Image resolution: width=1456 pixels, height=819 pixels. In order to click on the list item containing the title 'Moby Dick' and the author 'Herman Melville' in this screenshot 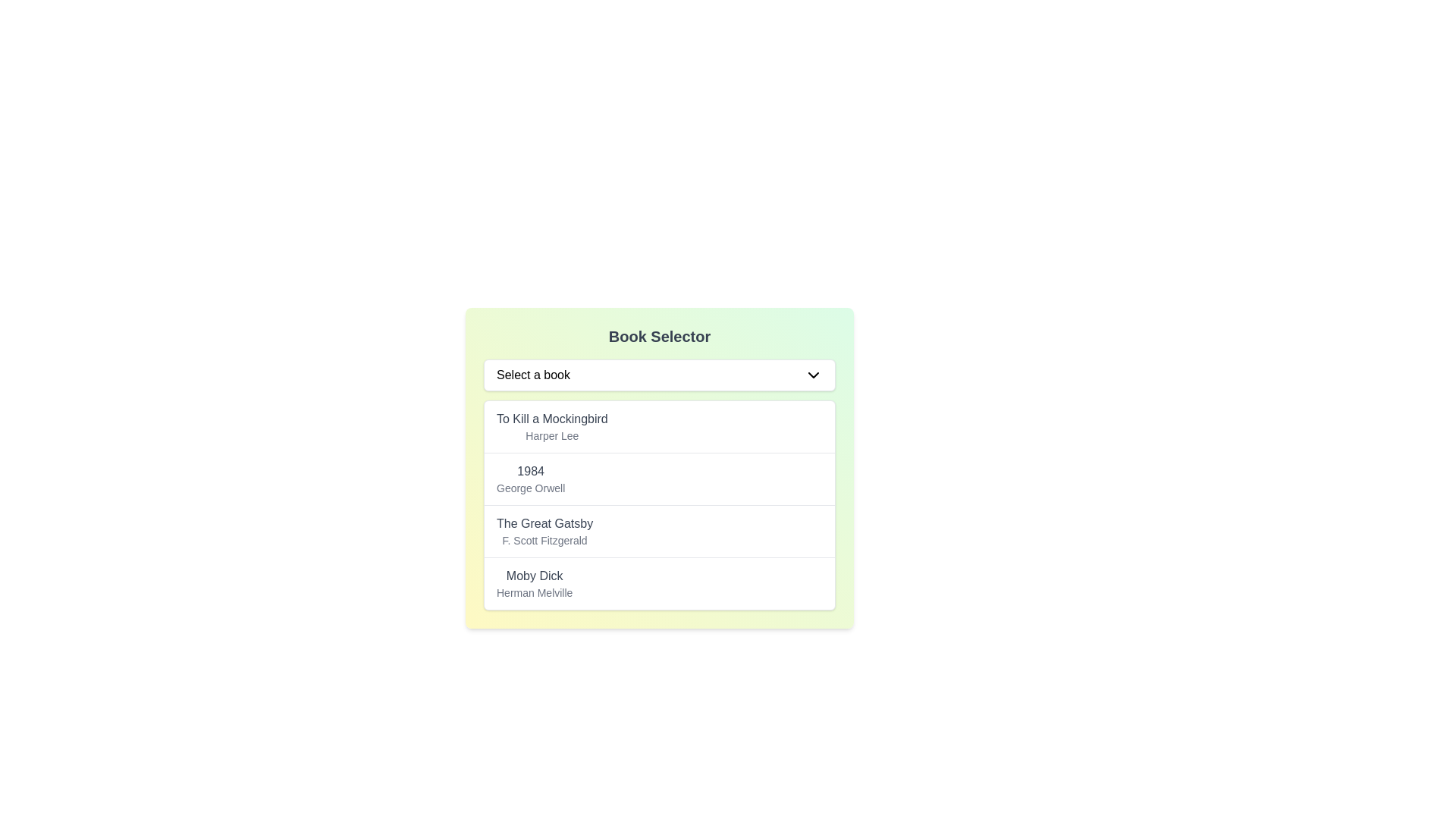, I will do `click(535, 583)`.